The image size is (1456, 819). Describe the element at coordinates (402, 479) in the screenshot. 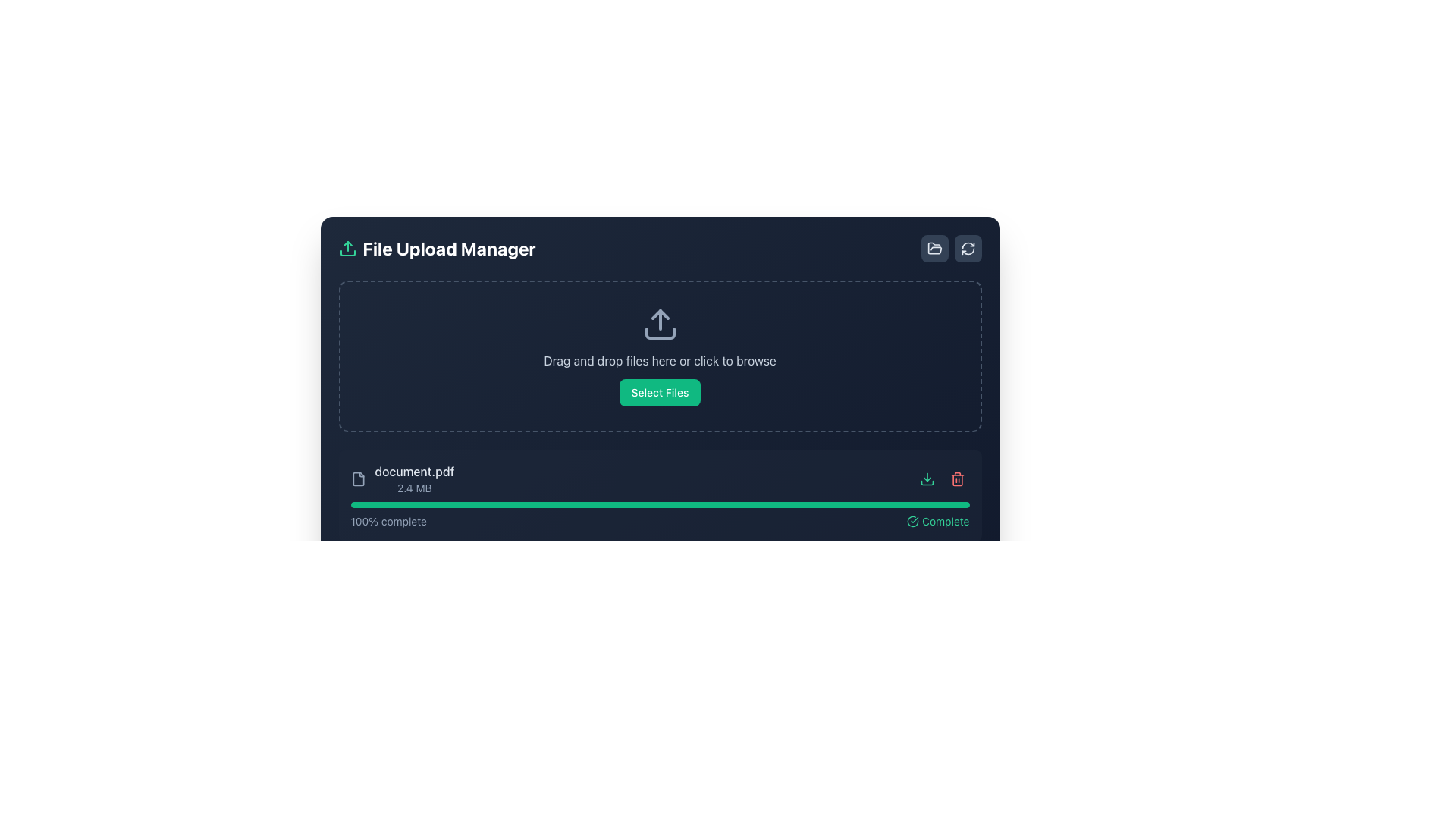

I see `the File display component that shows 'document.pdf' and '2.4 MB', positioned as the leftmost detail in the row of the file upload section` at that location.